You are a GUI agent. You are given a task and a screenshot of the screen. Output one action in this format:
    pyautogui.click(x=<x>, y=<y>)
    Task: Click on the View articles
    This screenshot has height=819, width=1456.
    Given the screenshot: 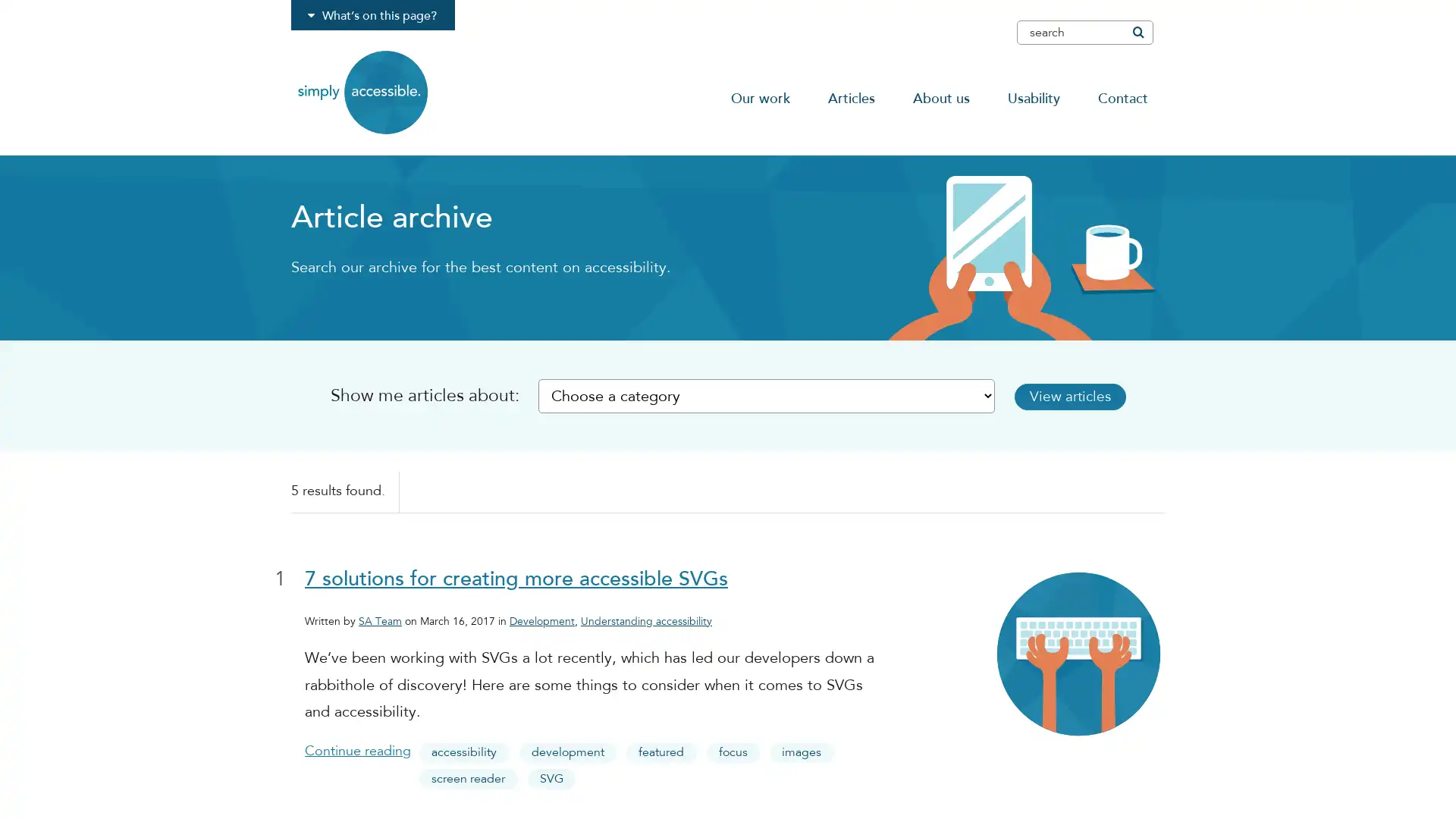 What is the action you would take?
    pyautogui.click(x=1076, y=395)
    